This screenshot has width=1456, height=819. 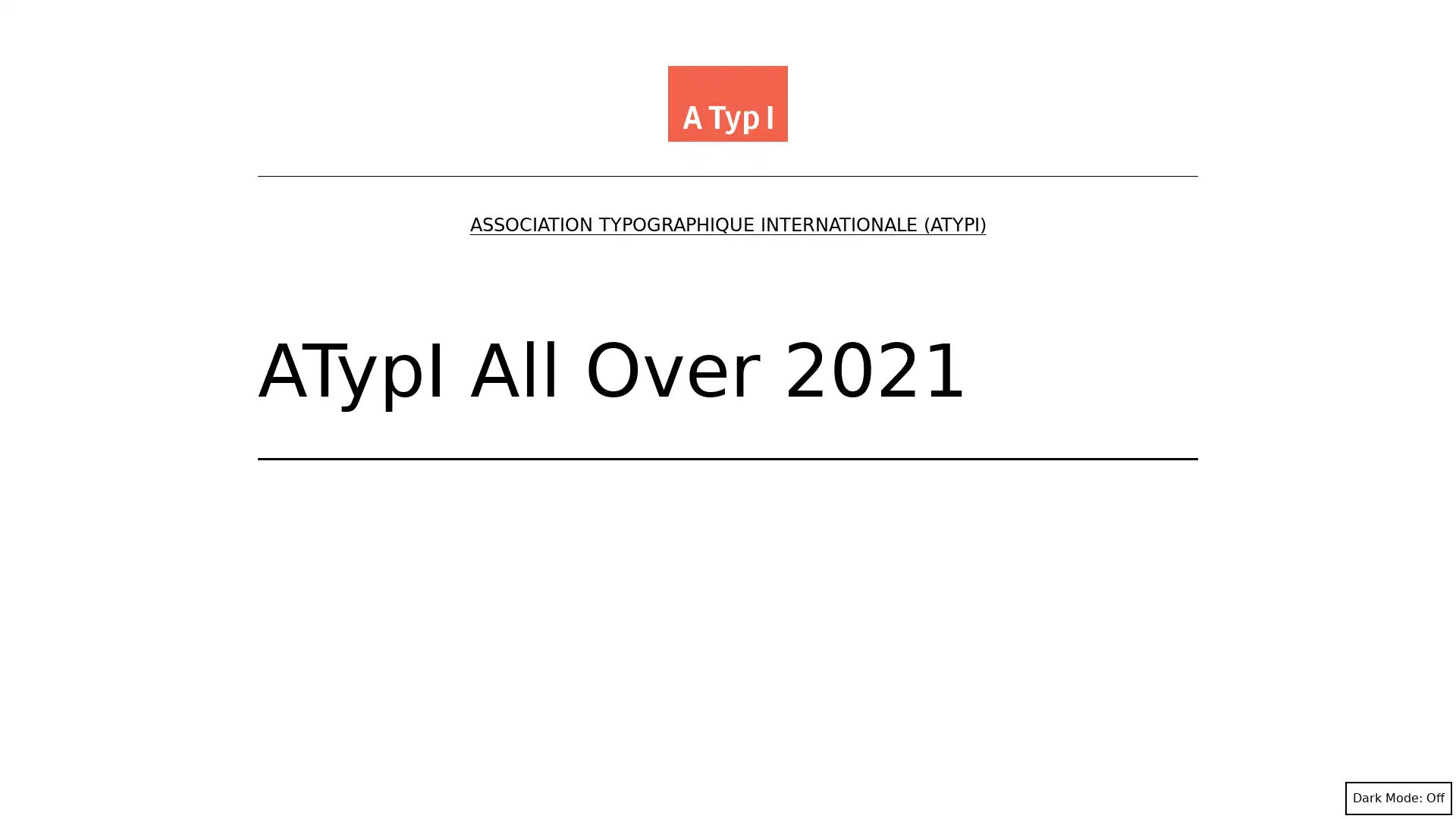 I want to click on Dark Mode:, so click(x=1398, y=798).